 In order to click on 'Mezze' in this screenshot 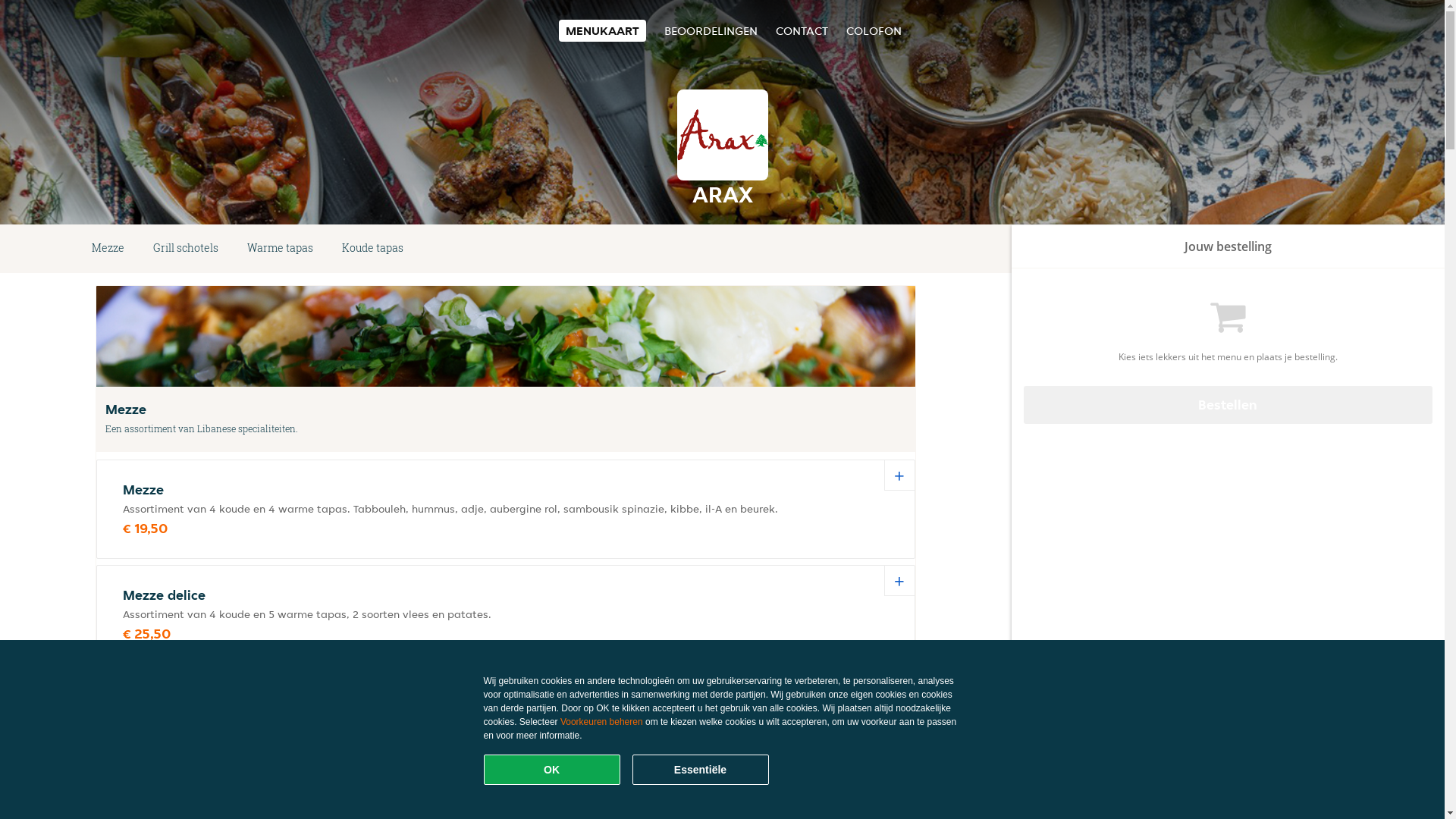, I will do `click(107, 247)`.